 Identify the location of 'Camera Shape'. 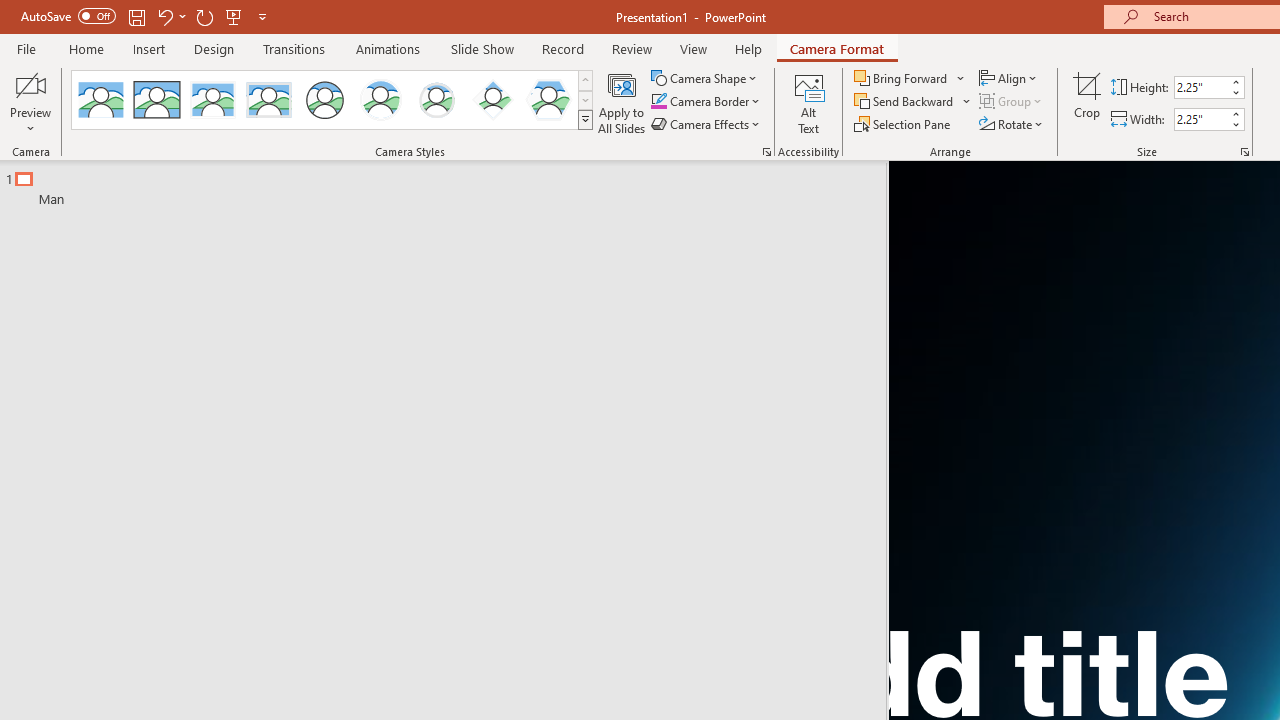
(705, 77).